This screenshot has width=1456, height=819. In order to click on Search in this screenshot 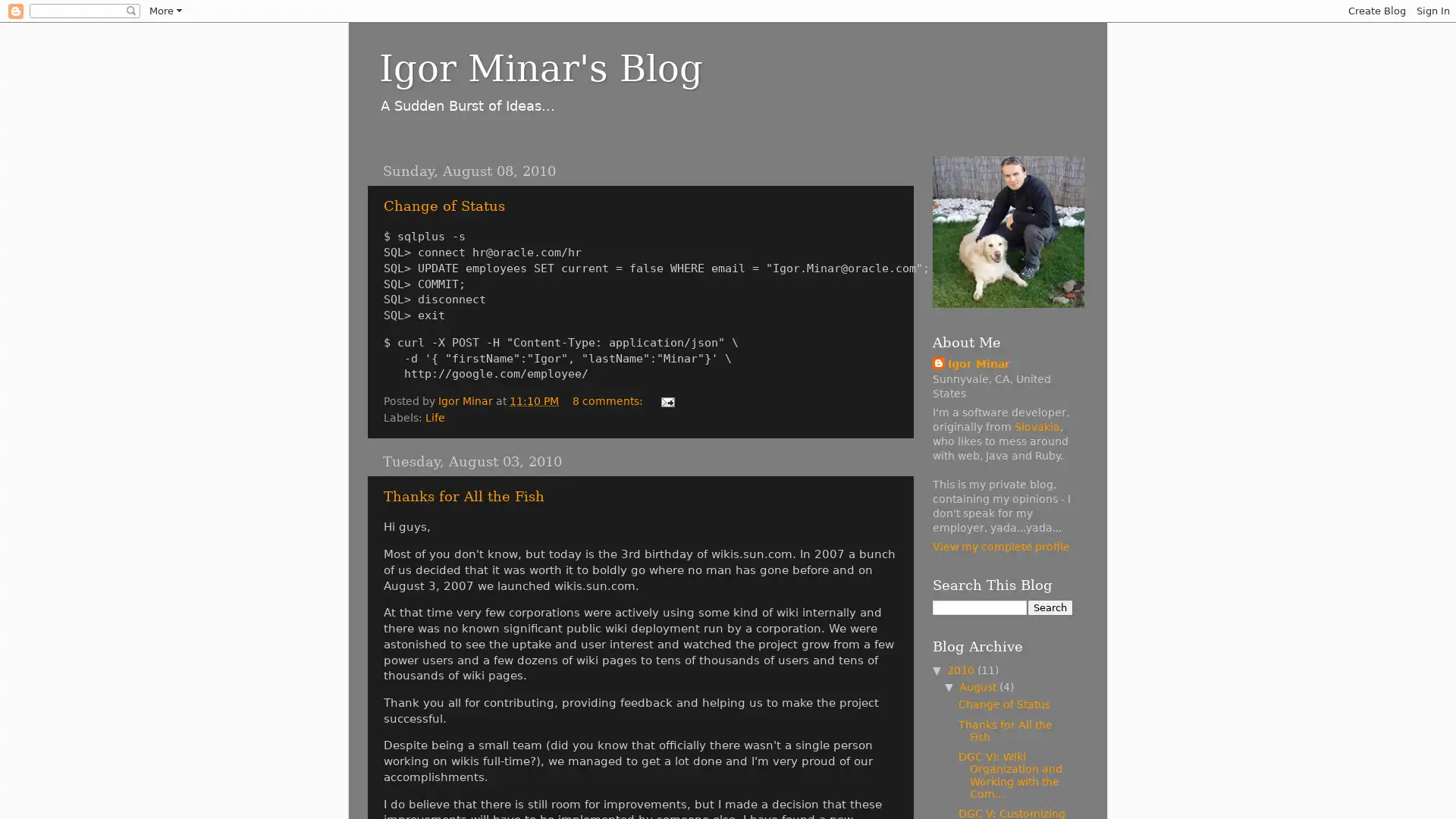, I will do `click(1050, 607)`.